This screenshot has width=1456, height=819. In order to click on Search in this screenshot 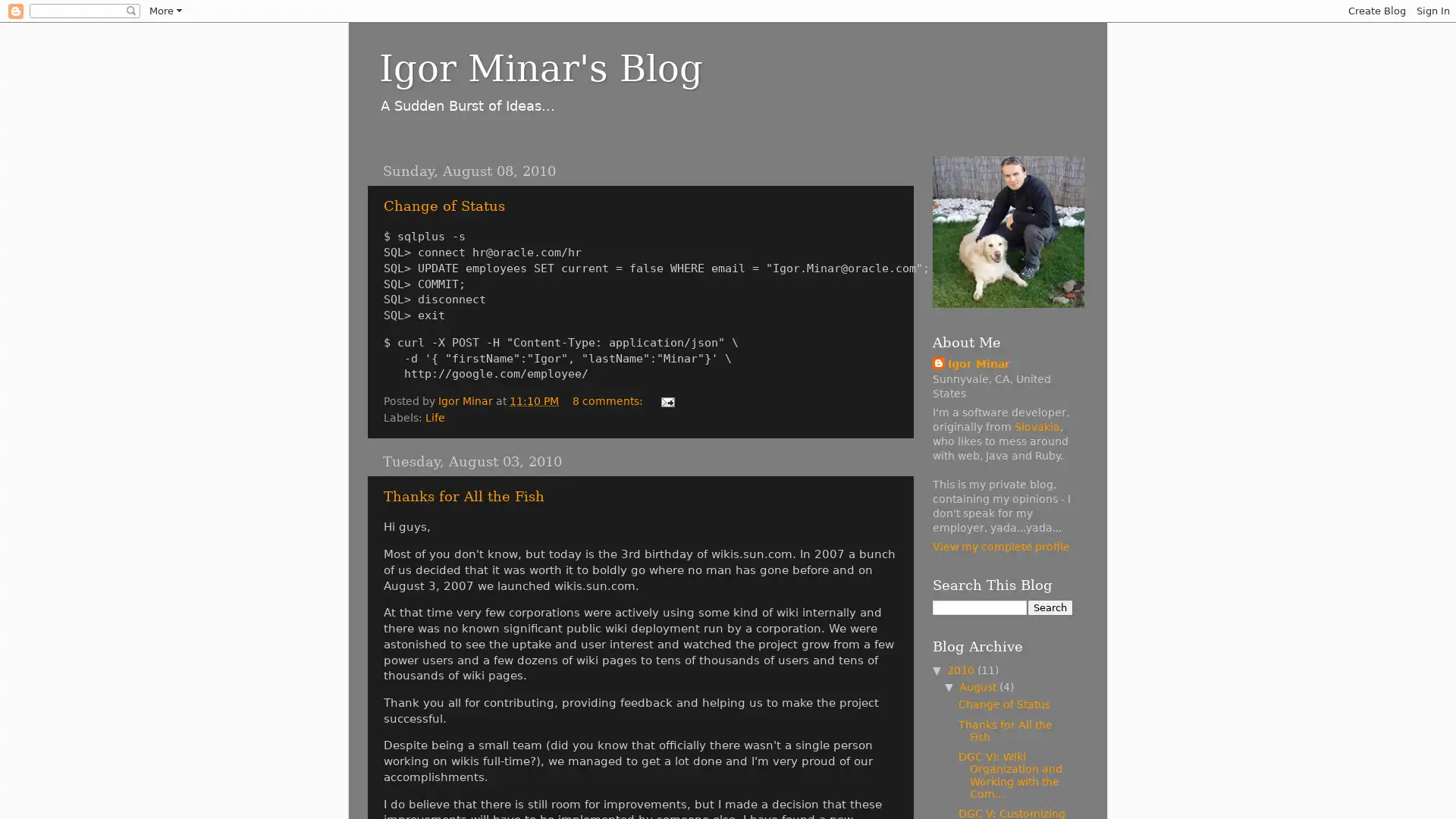, I will do `click(1050, 607)`.